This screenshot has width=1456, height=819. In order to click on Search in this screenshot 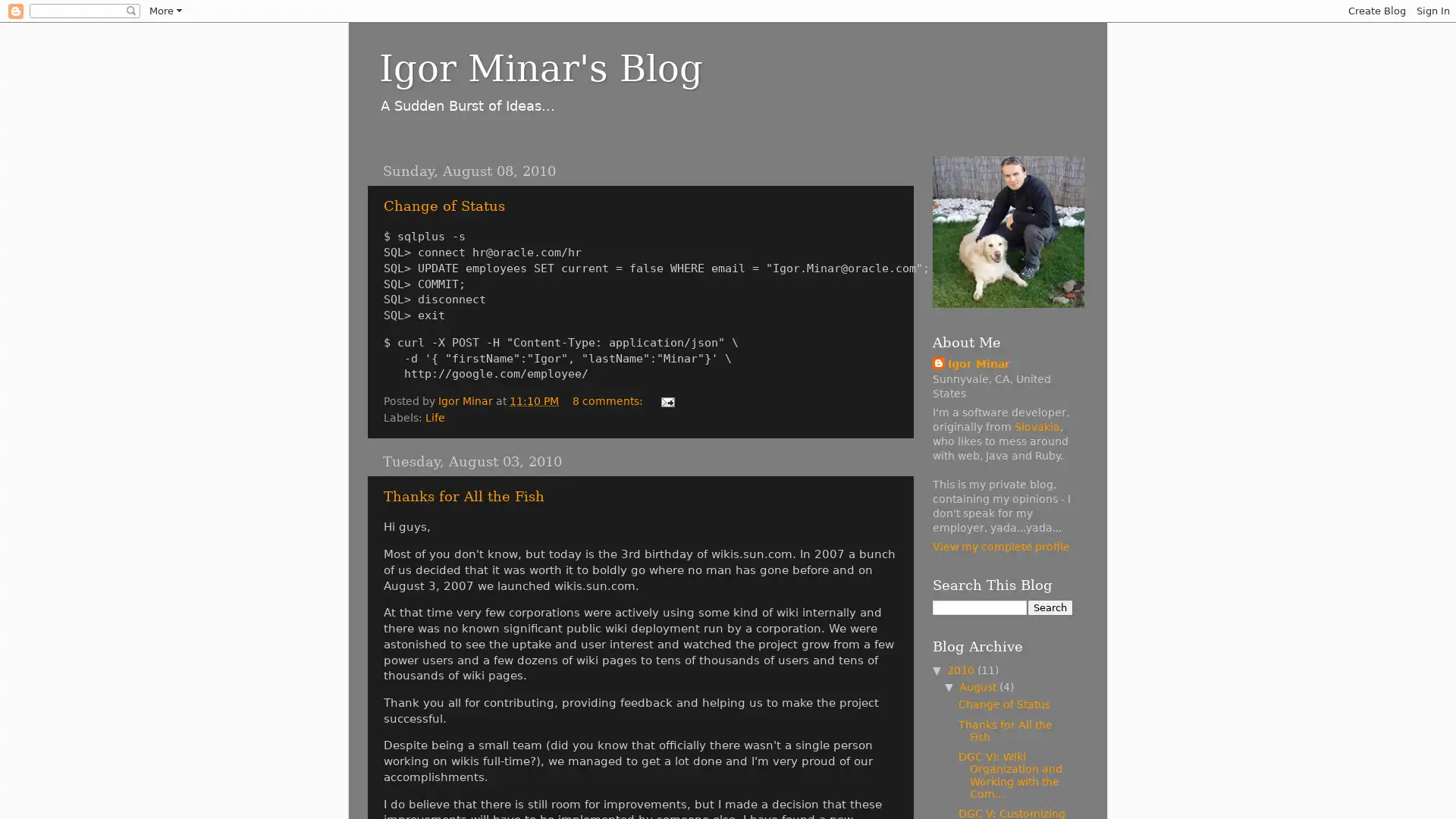, I will do `click(1050, 607)`.